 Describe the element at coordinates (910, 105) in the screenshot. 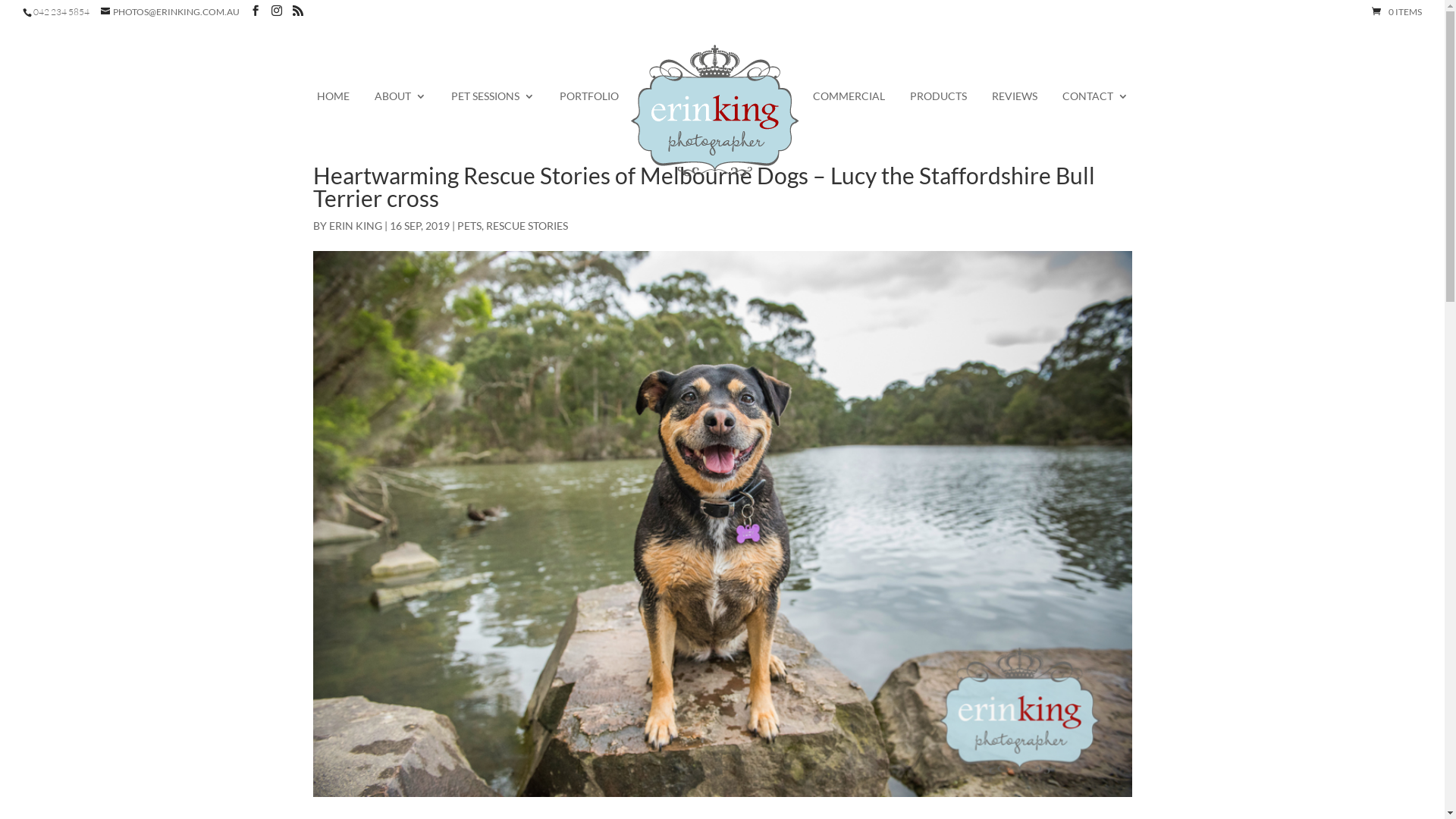

I see `'PRODUCTS'` at that location.